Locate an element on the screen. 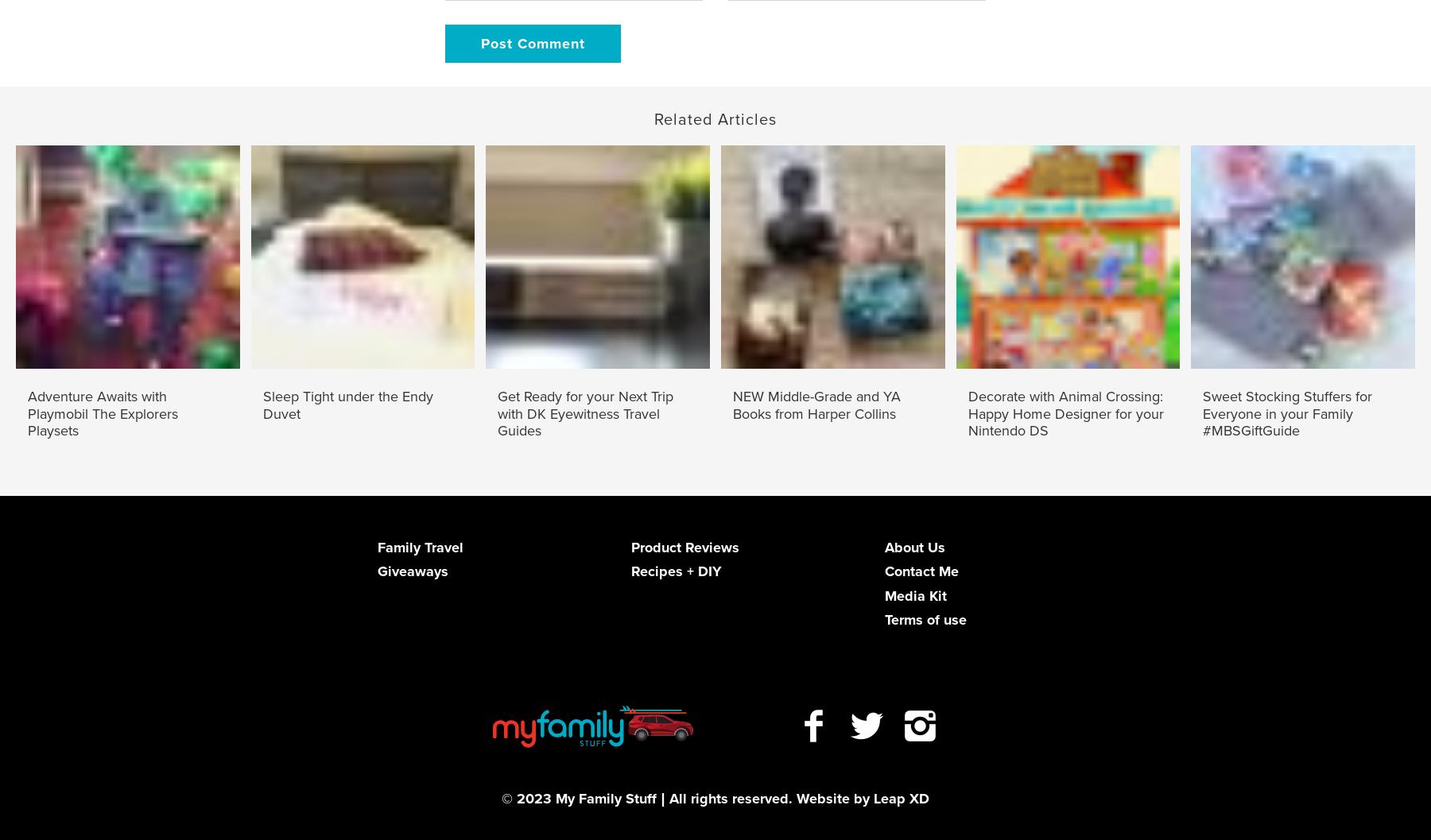 The width and height of the screenshot is (1431, 840). 'Related Articles' is located at coordinates (715, 118).